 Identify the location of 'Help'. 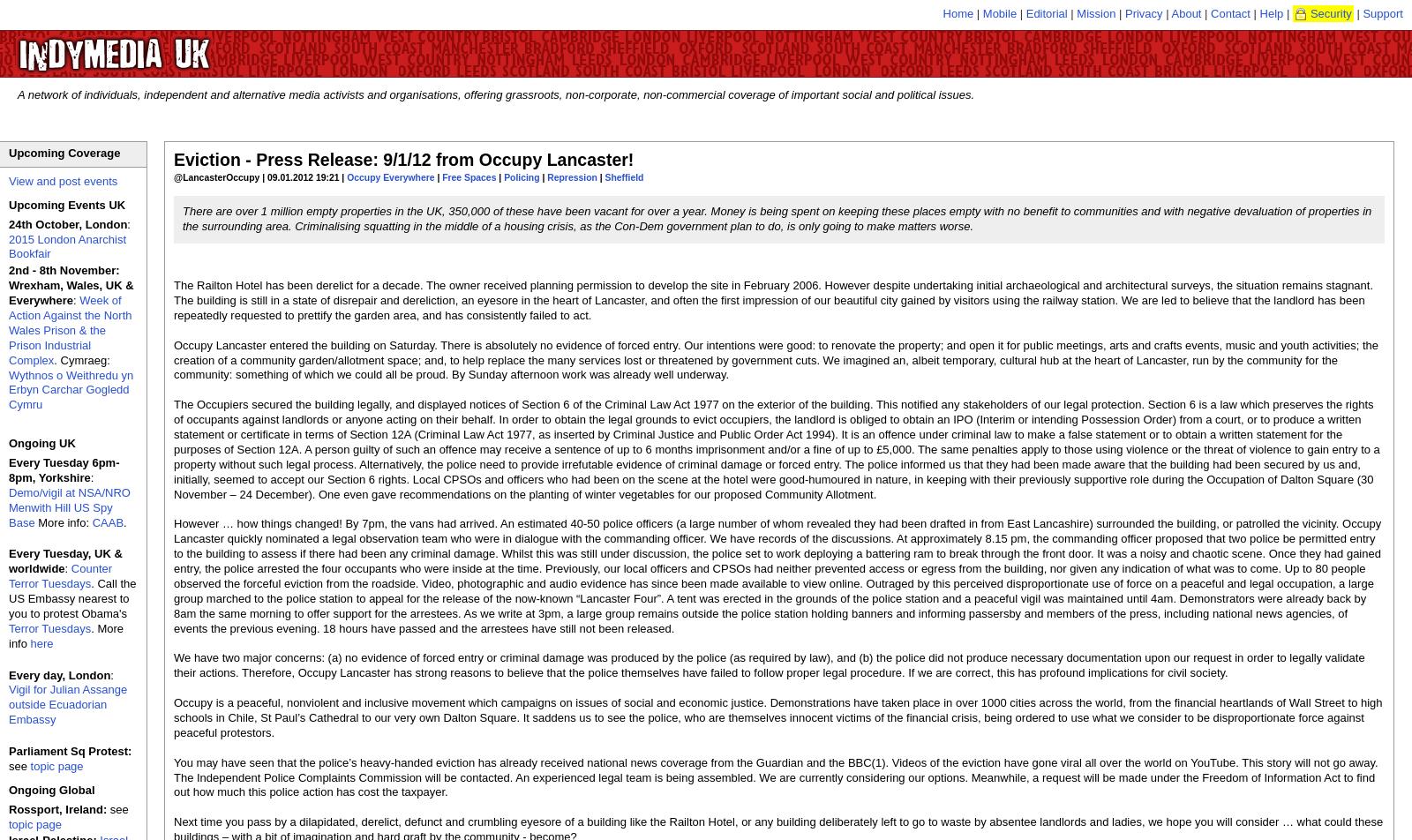
(1271, 13).